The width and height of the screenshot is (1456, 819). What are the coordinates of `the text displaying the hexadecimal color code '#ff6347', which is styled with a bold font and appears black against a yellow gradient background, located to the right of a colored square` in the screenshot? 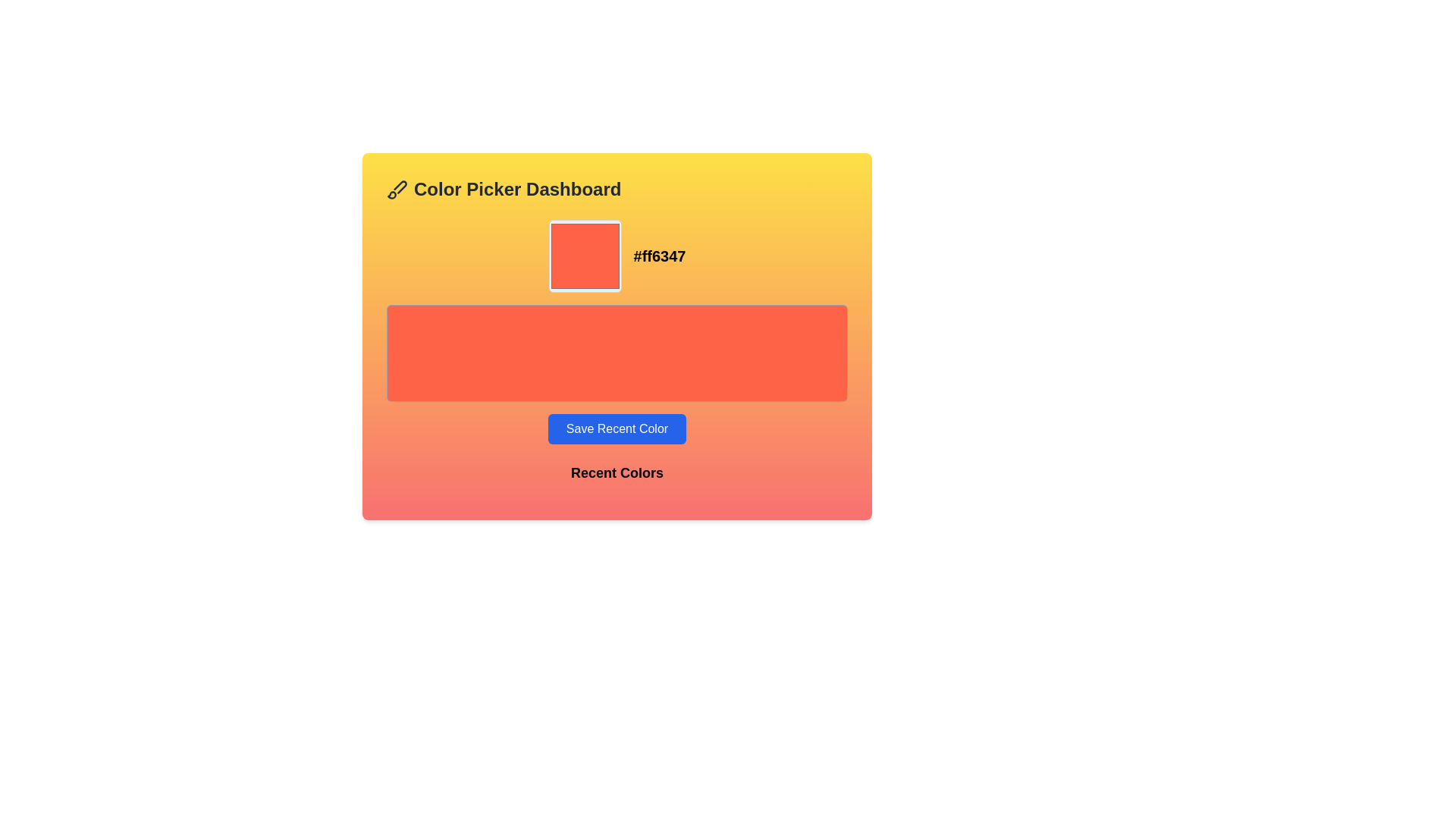 It's located at (659, 256).